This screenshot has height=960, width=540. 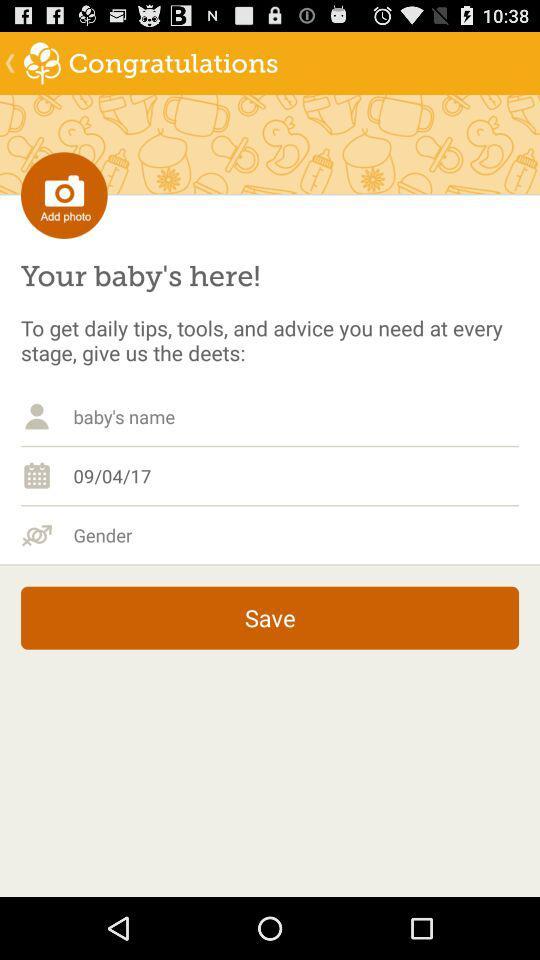 What do you see at coordinates (295, 415) in the screenshot?
I see `baby 's name` at bounding box center [295, 415].